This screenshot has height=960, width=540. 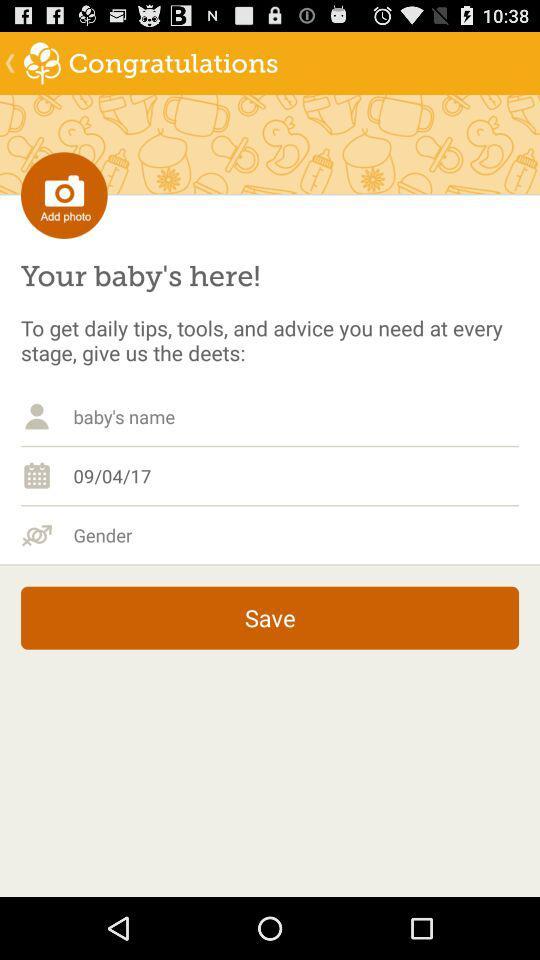 What do you see at coordinates (295, 415) in the screenshot?
I see `baby 's name` at bounding box center [295, 415].